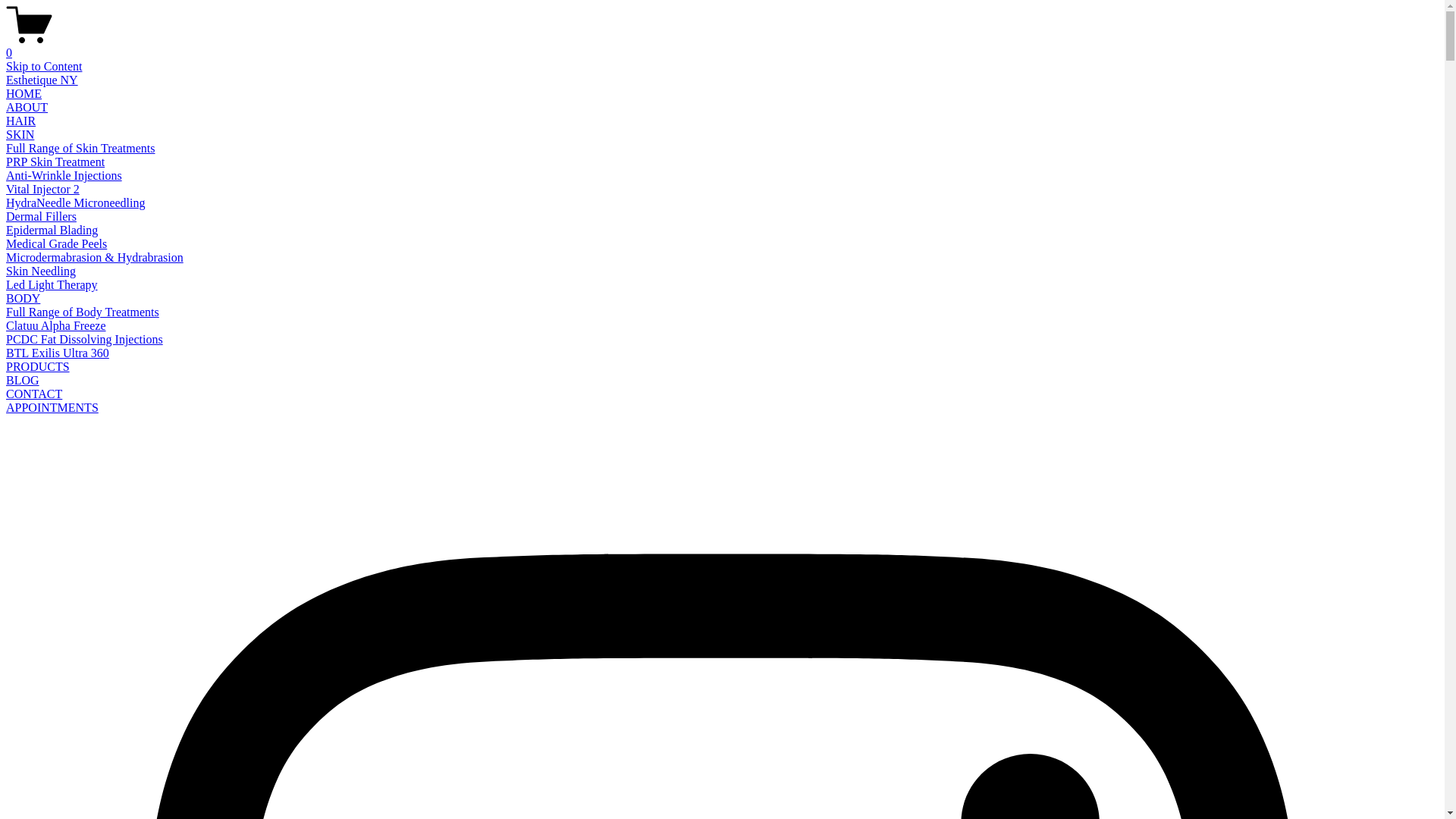  What do you see at coordinates (6, 133) in the screenshot?
I see `'SKIN'` at bounding box center [6, 133].